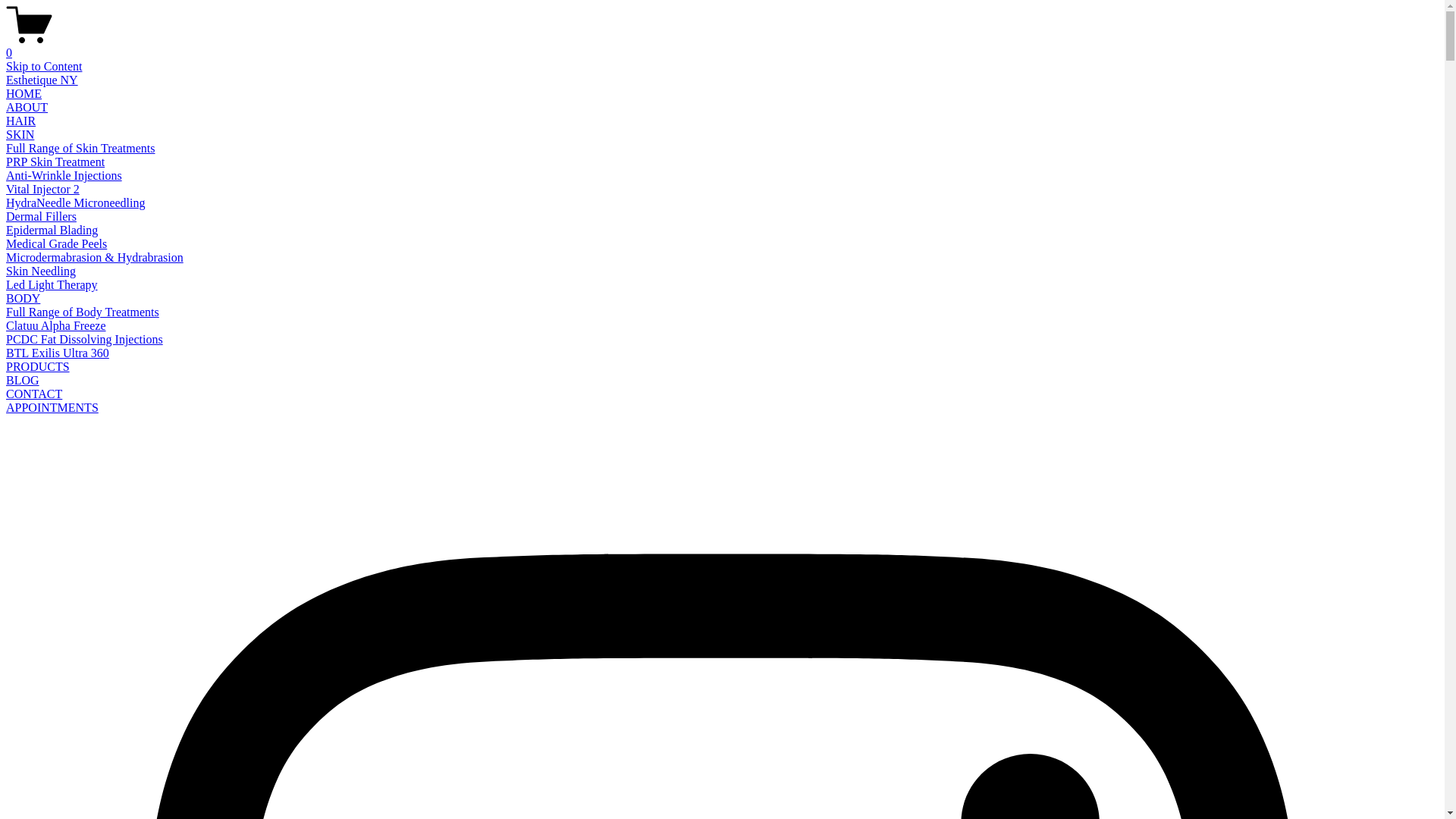  What do you see at coordinates (6, 133) in the screenshot?
I see `'SKIN'` at bounding box center [6, 133].